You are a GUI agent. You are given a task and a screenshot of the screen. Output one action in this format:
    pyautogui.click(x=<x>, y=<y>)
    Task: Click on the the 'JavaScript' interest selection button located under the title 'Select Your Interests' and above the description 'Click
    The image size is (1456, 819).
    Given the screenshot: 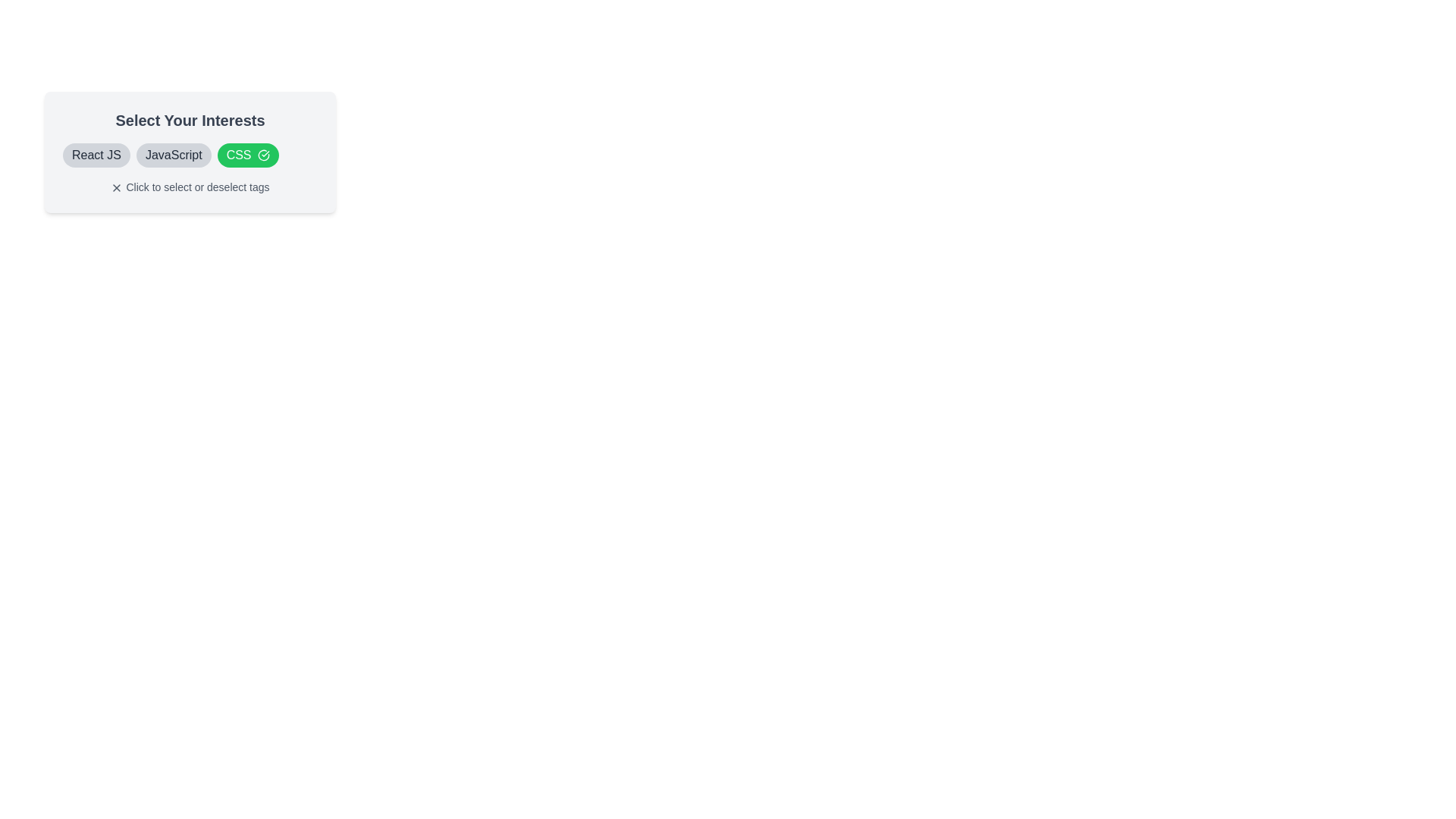 What is the action you would take?
    pyautogui.click(x=189, y=155)
    